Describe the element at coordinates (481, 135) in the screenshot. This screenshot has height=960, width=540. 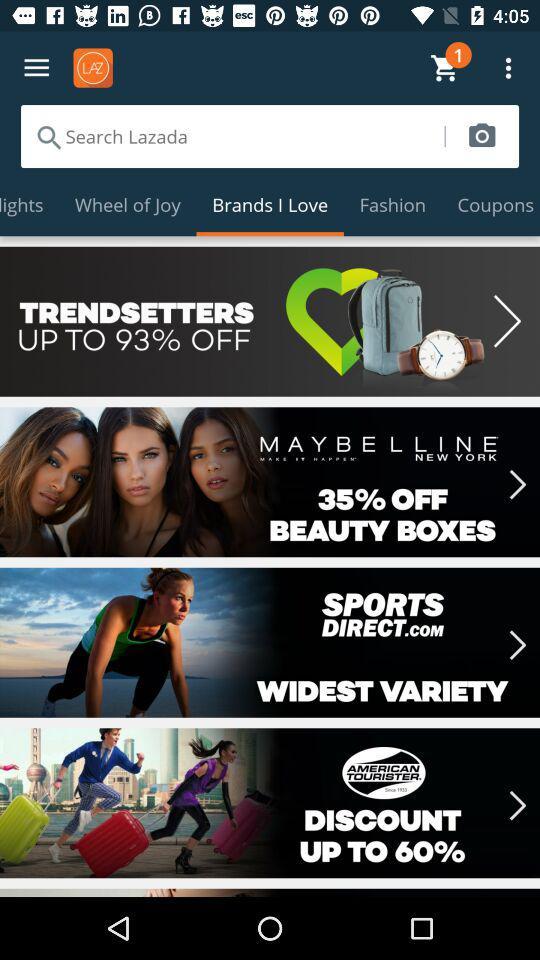
I see `the icon above coupons` at that location.